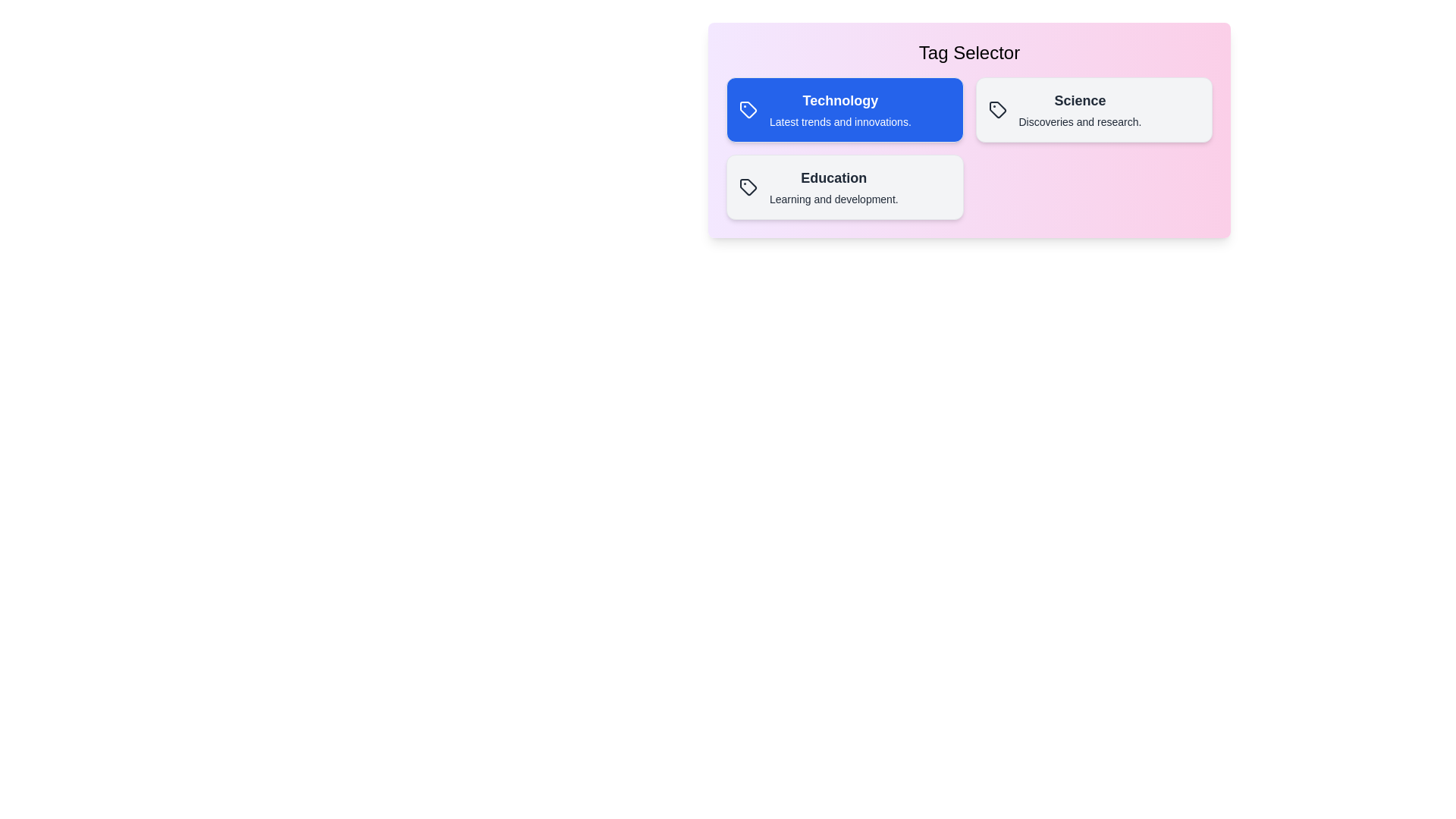 The height and width of the screenshot is (819, 1456). What do you see at coordinates (844, 186) in the screenshot?
I see `the tag Education to toggle its selection status` at bounding box center [844, 186].